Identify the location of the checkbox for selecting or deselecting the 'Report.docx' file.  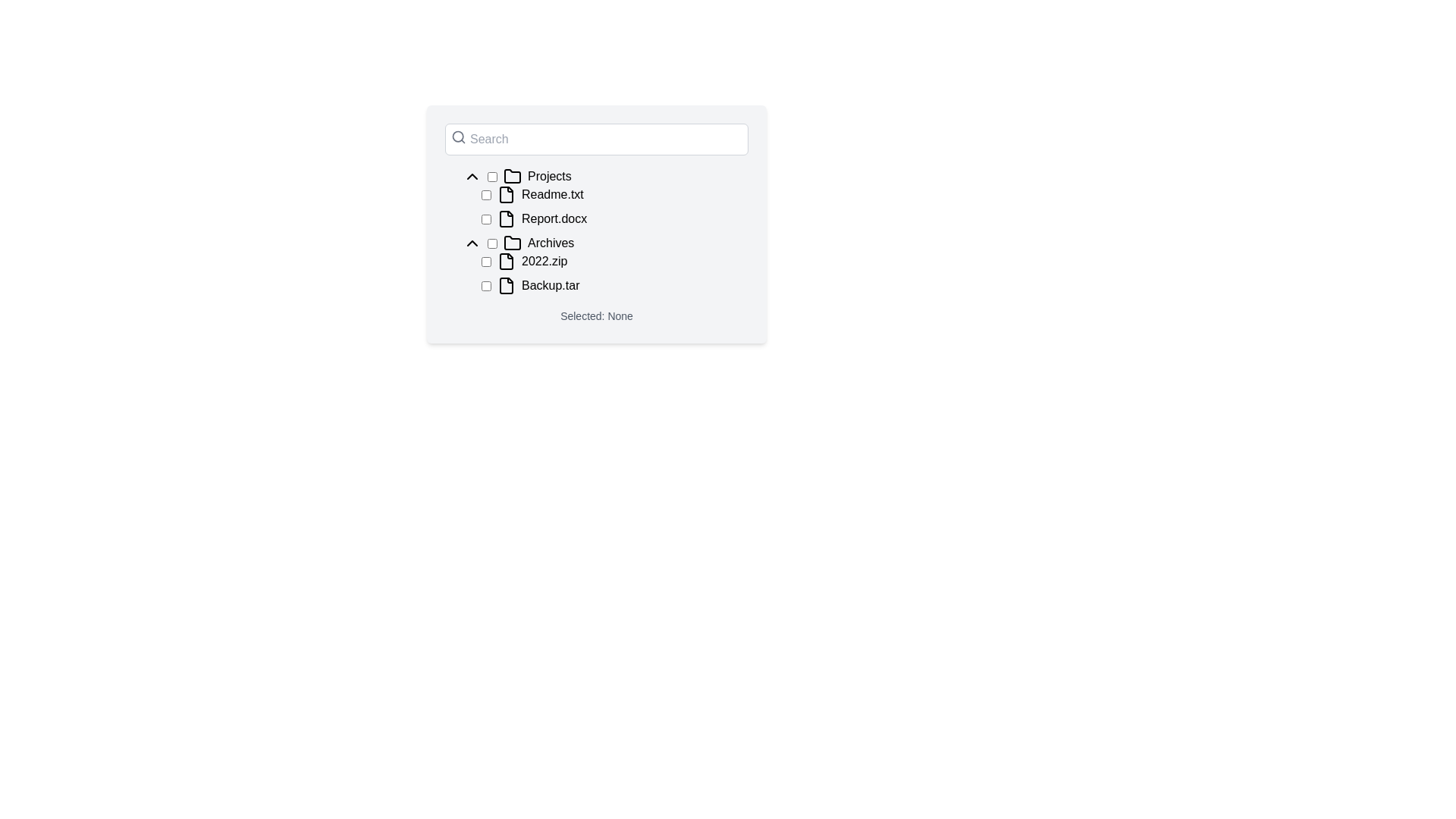
(486, 219).